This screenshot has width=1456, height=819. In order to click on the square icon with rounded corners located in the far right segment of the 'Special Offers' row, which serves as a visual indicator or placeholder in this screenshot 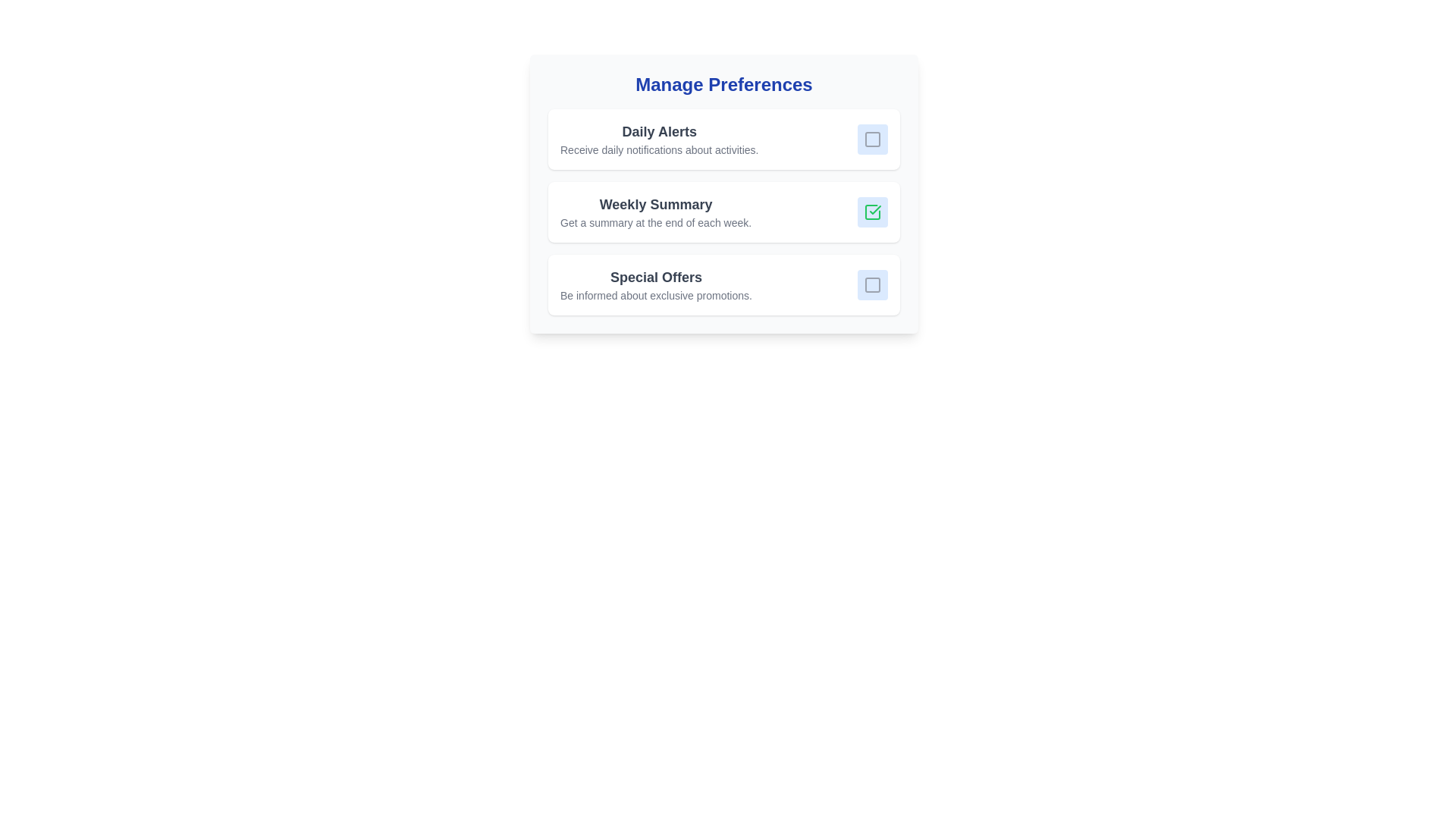, I will do `click(873, 284)`.